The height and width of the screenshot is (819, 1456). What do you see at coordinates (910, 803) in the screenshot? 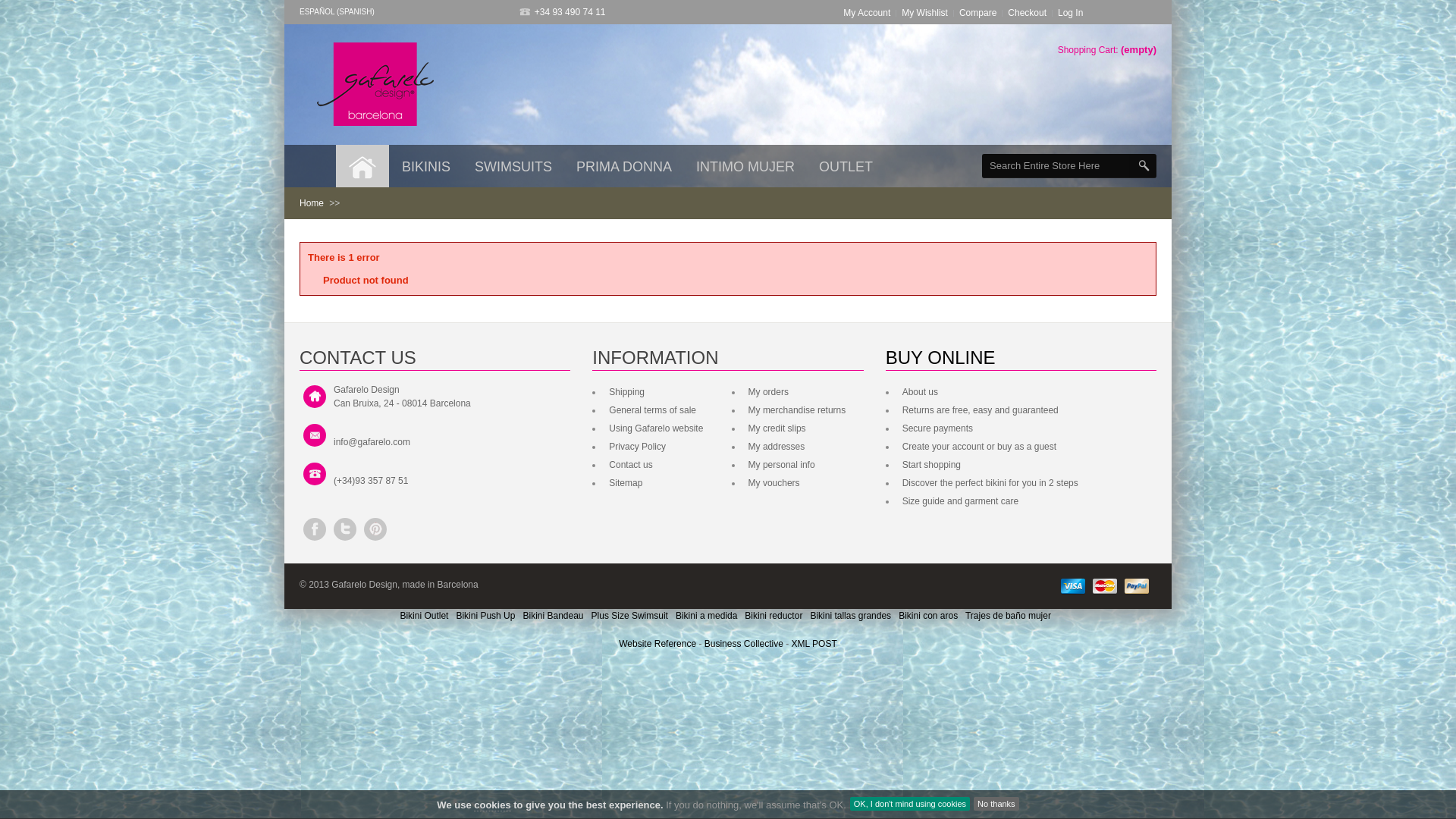
I see `'OK, I don't mind using cookies'` at bounding box center [910, 803].